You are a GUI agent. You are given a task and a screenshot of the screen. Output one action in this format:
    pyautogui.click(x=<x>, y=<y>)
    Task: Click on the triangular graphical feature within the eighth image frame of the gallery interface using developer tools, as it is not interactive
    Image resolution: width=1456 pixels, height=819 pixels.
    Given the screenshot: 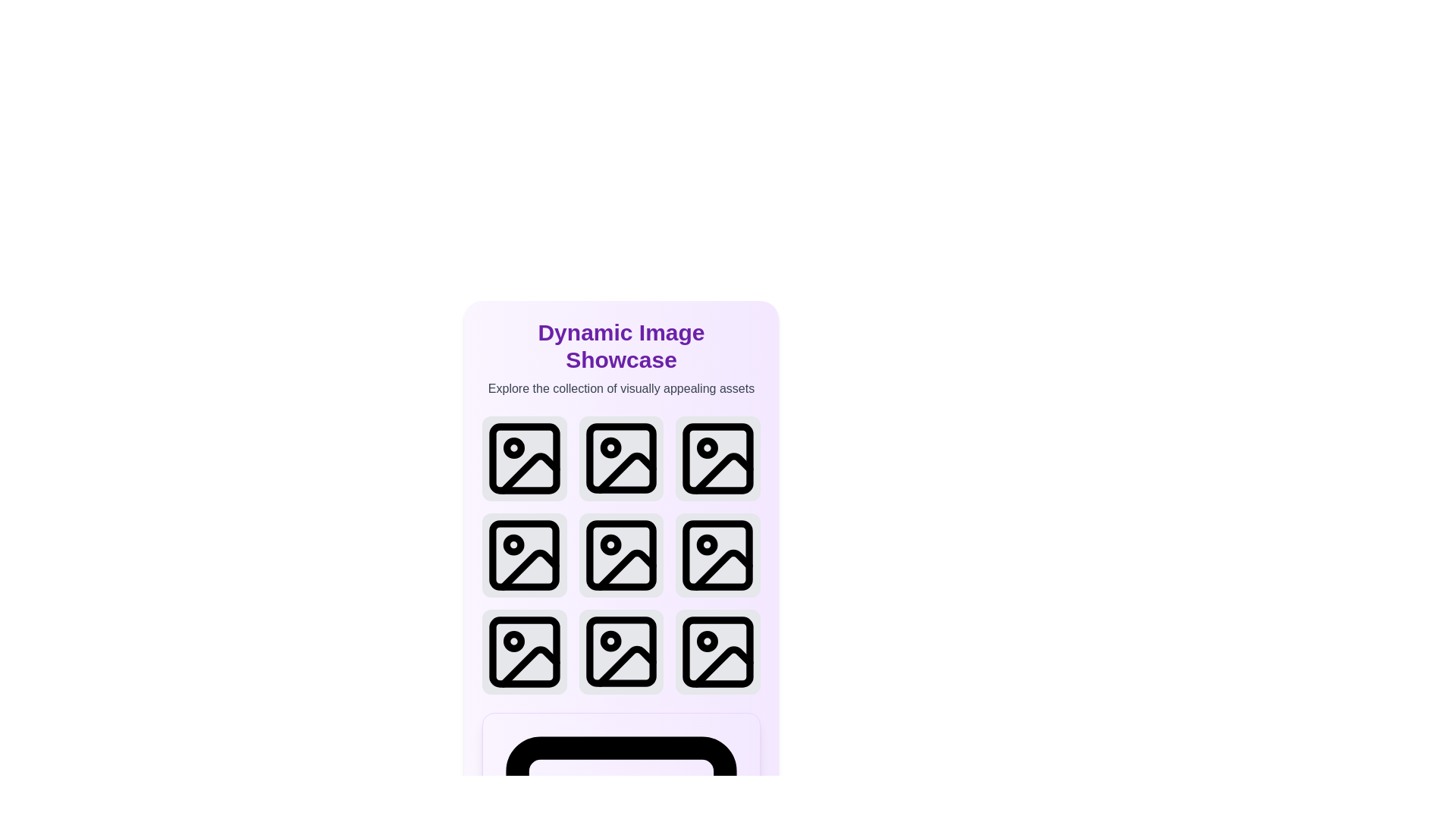 What is the action you would take?
    pyautogui.click(x=626, y=666)
    